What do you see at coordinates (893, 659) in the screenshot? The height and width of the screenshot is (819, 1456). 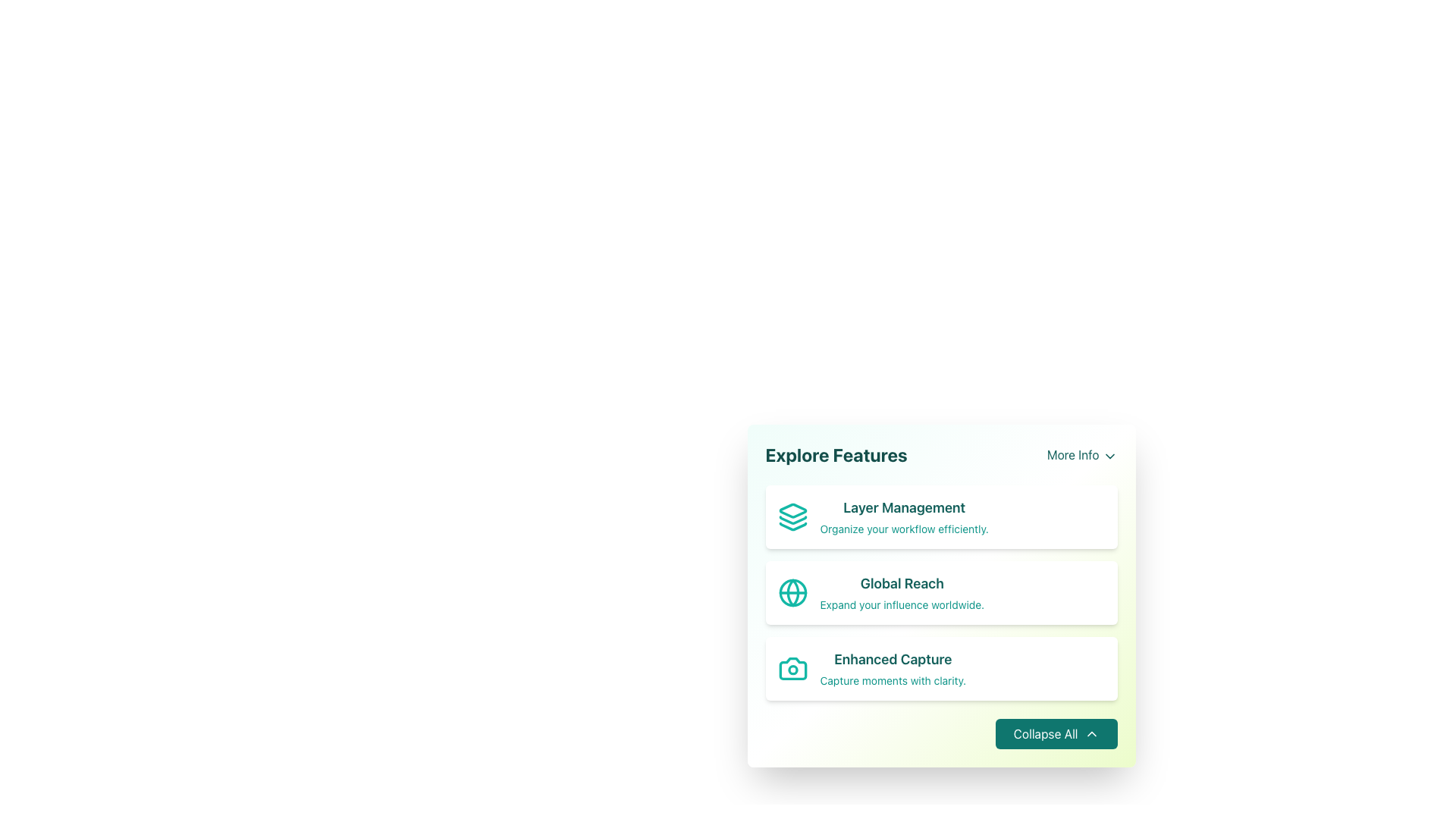 I see `the text label 'Enhanced Capture' styled in bold teal font, which is positioned at the top of its card layout` at bounding box center [893, 659].